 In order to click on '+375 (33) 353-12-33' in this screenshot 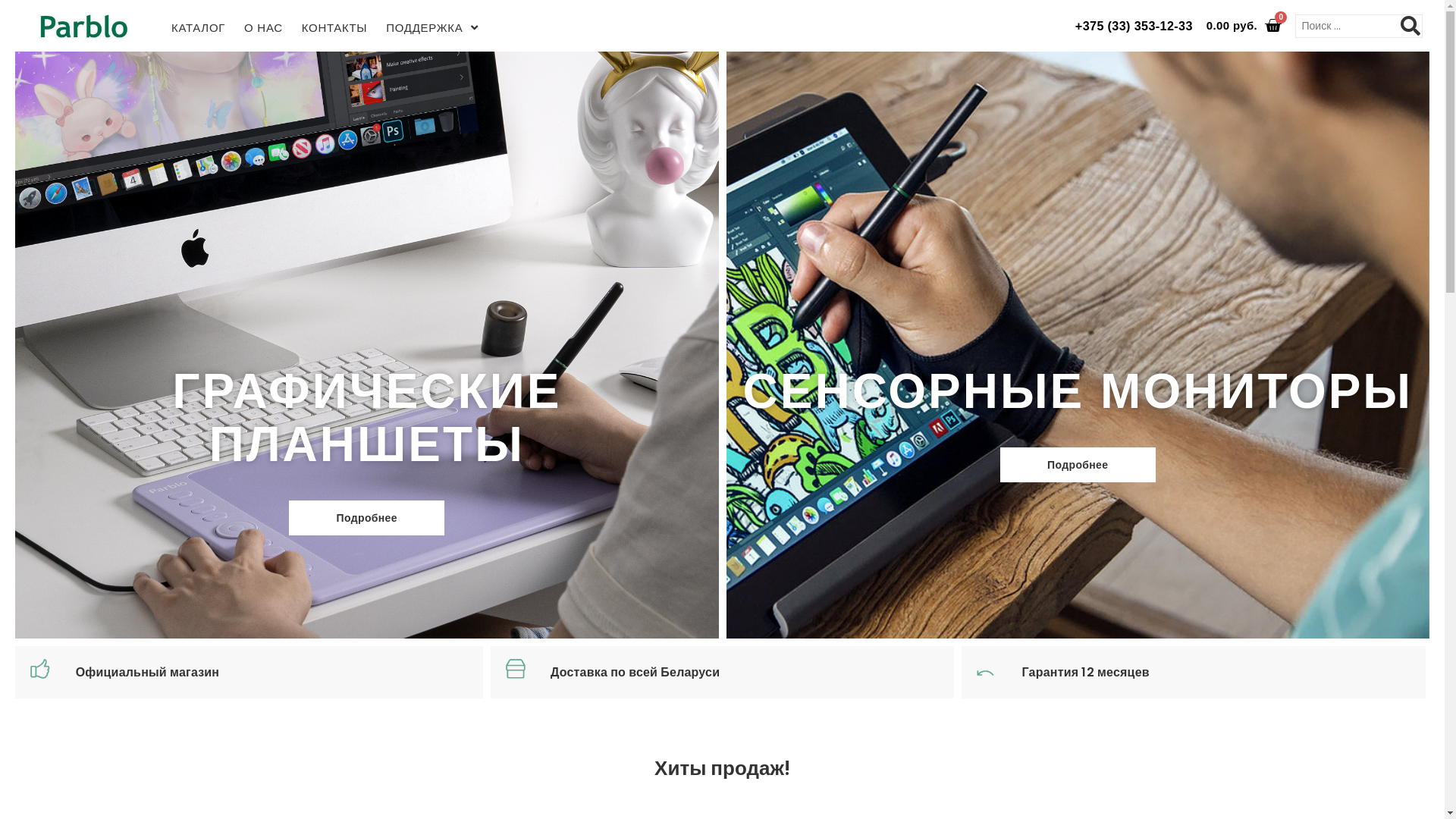, I will do `click(1134, 26)`.